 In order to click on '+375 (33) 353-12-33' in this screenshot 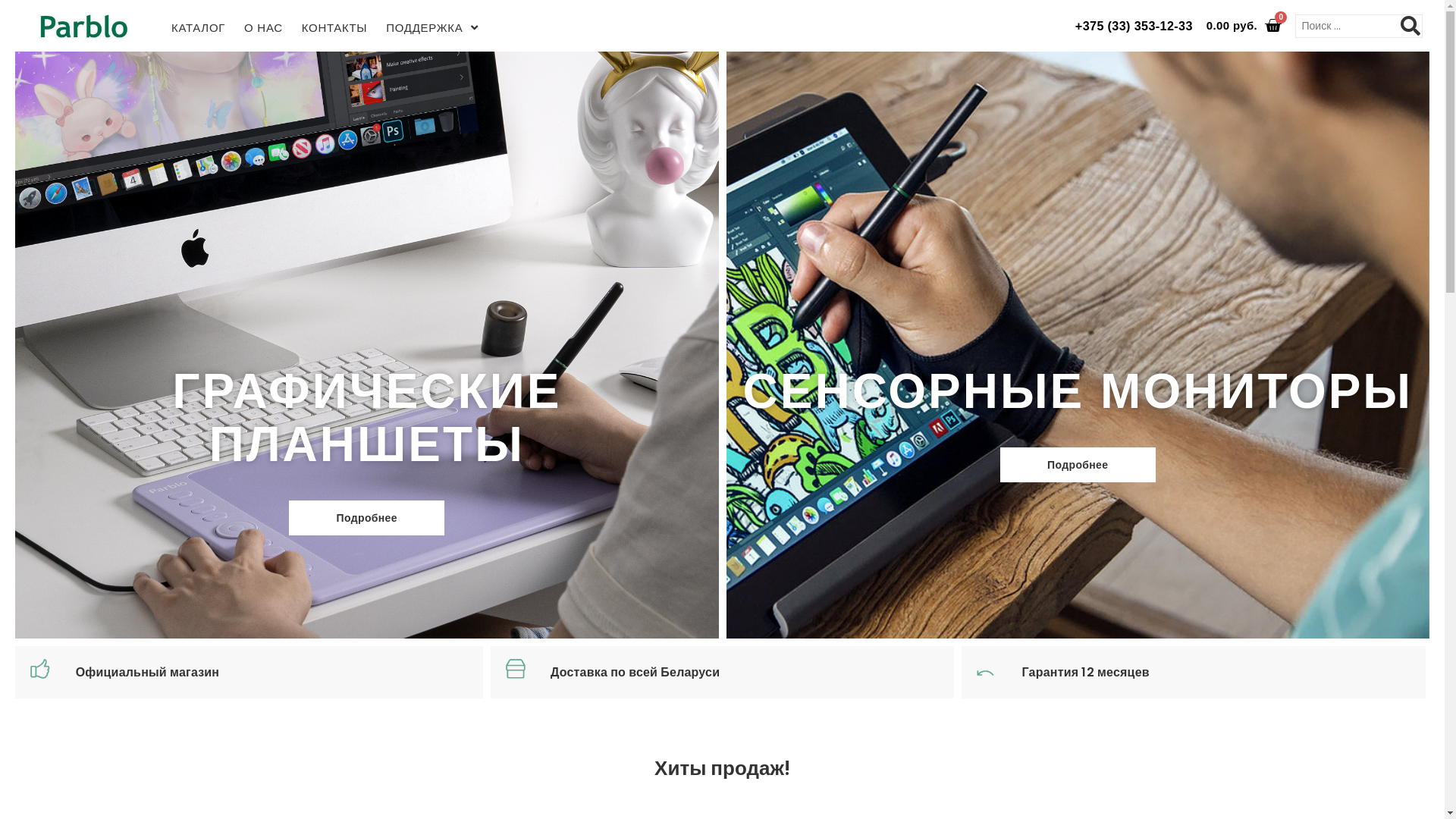, I will do `click(1134, 26)`.